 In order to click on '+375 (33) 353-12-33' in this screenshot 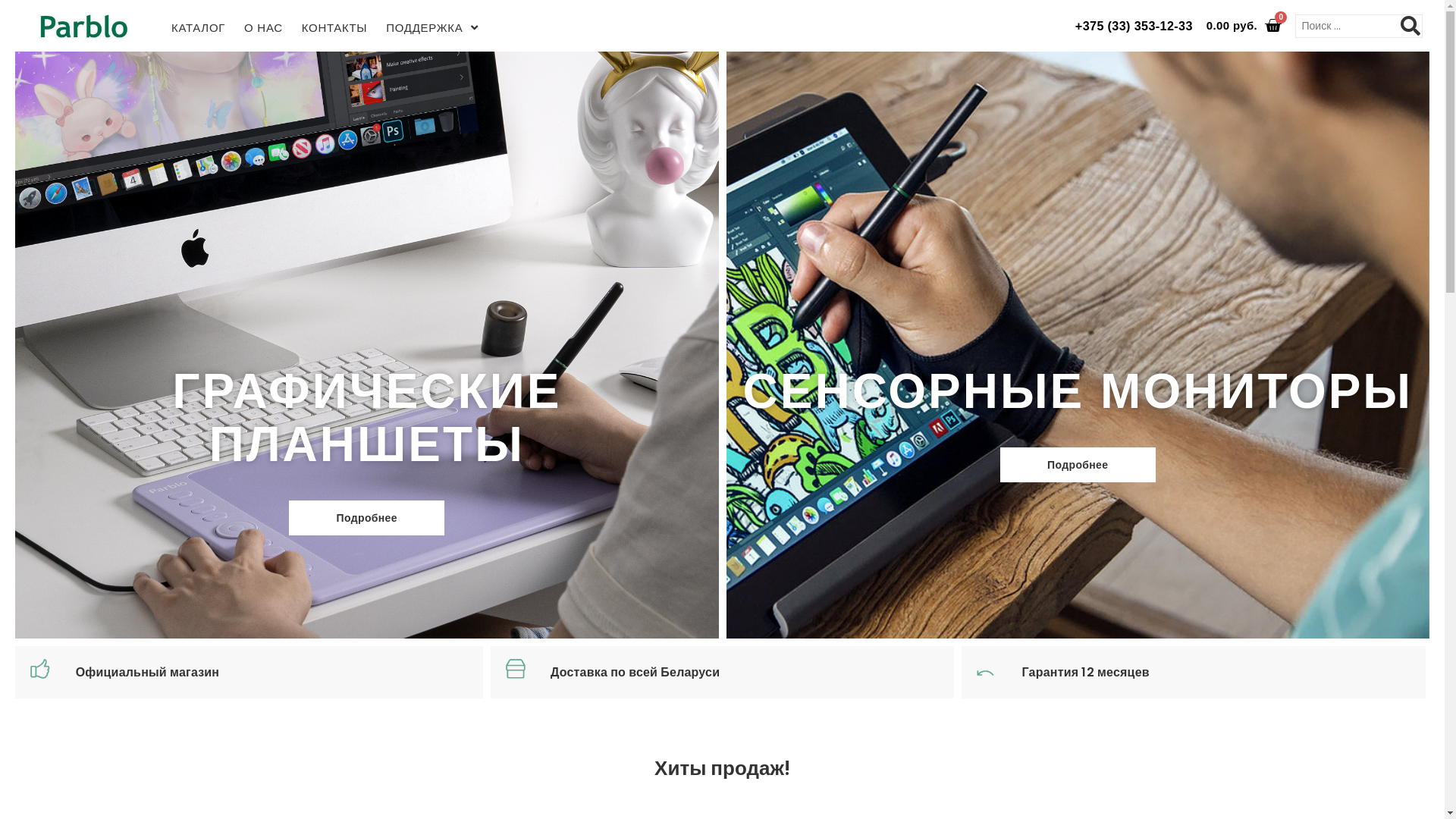, I will do `click(1134, 26)`.